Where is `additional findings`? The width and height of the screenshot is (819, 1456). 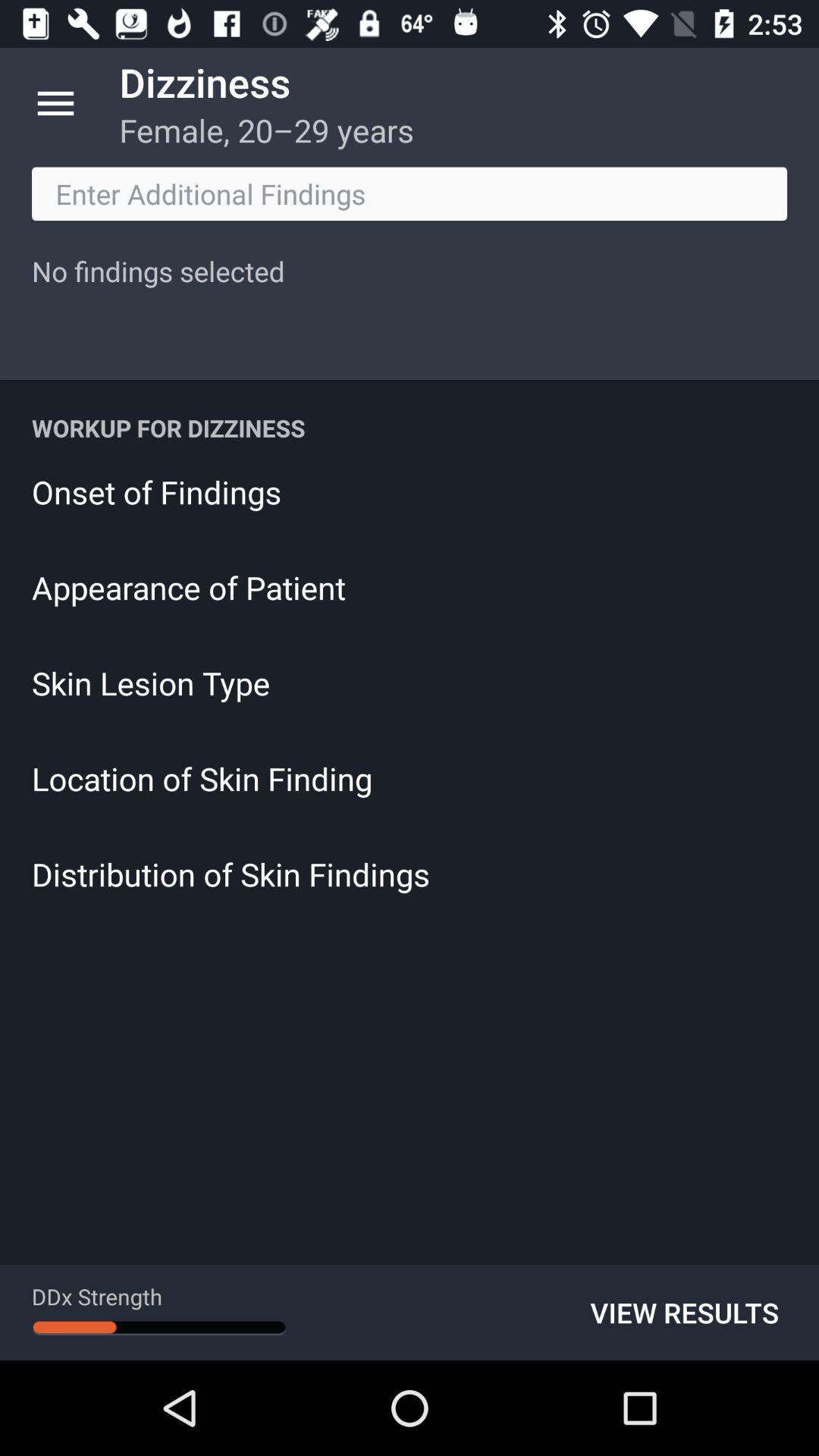 additional findings is located at coordinates (409, 193).